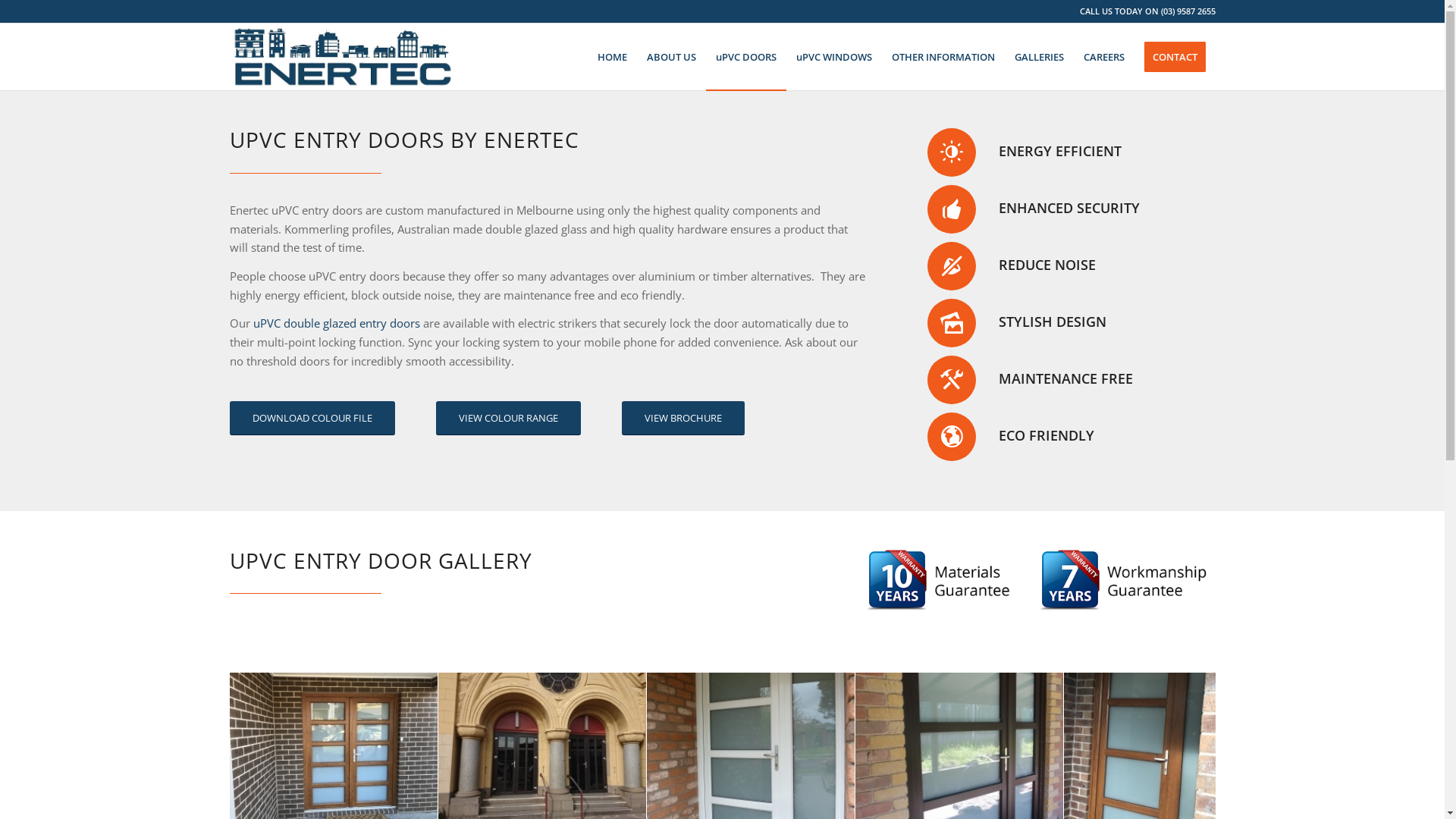  What do you see at coordinates (670, 55) in the screenshot?
I see `'ABOUT US'` at bounding box center [670, 55].